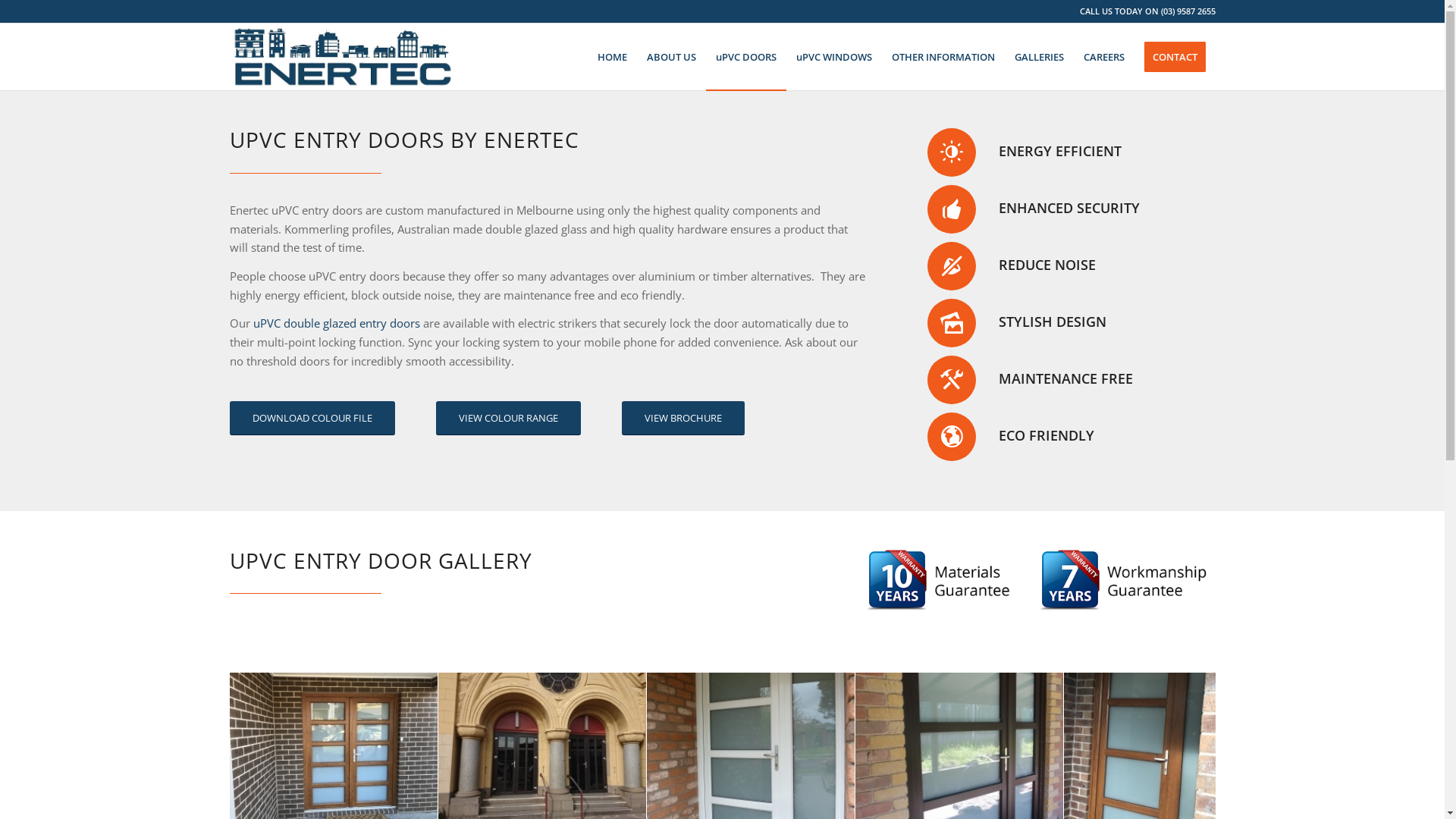  What do you see at coordinates (670, 55) in the screenshot?
I see `'ABOUT US'` at bounding box center [670, 55].